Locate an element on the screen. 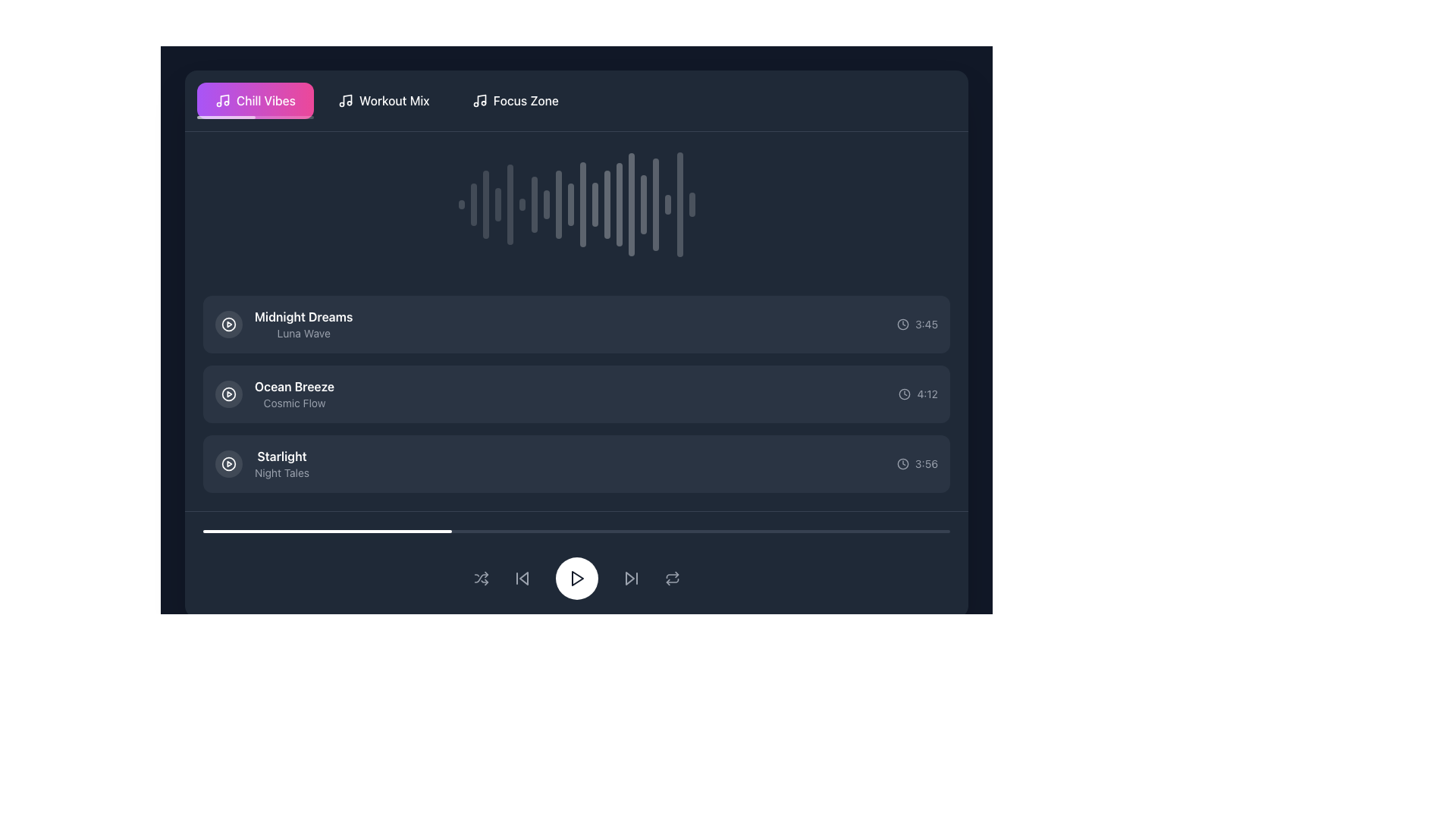  the SVG circle that is part of the clock icon adjacent to the duration text '3:45' in the first row of the displayed list is located at coordinates (902, 324).